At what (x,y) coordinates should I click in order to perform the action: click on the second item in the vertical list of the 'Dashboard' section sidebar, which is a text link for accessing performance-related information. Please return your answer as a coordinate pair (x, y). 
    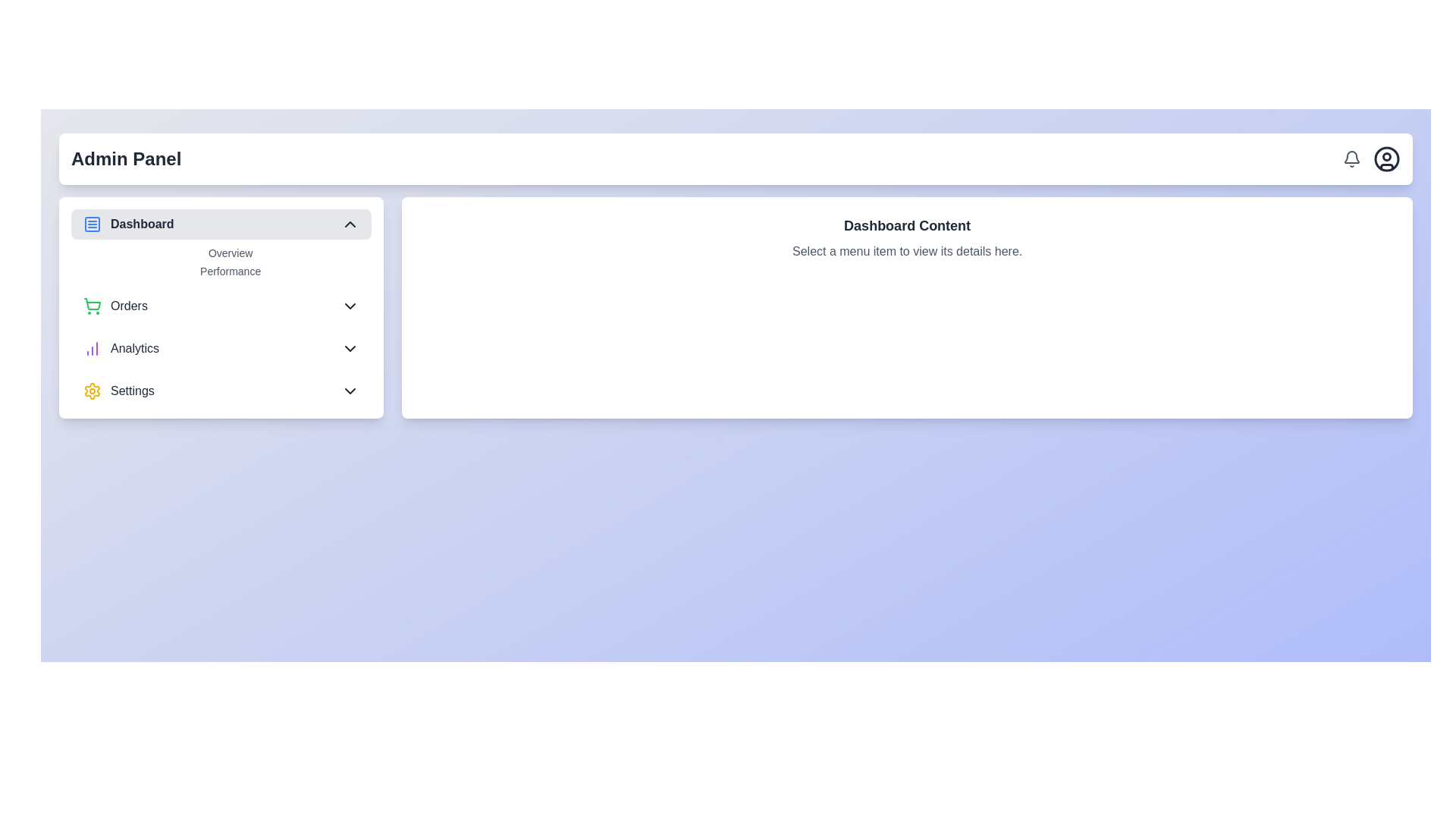
    Looking at the image, I should click on (229, 271).